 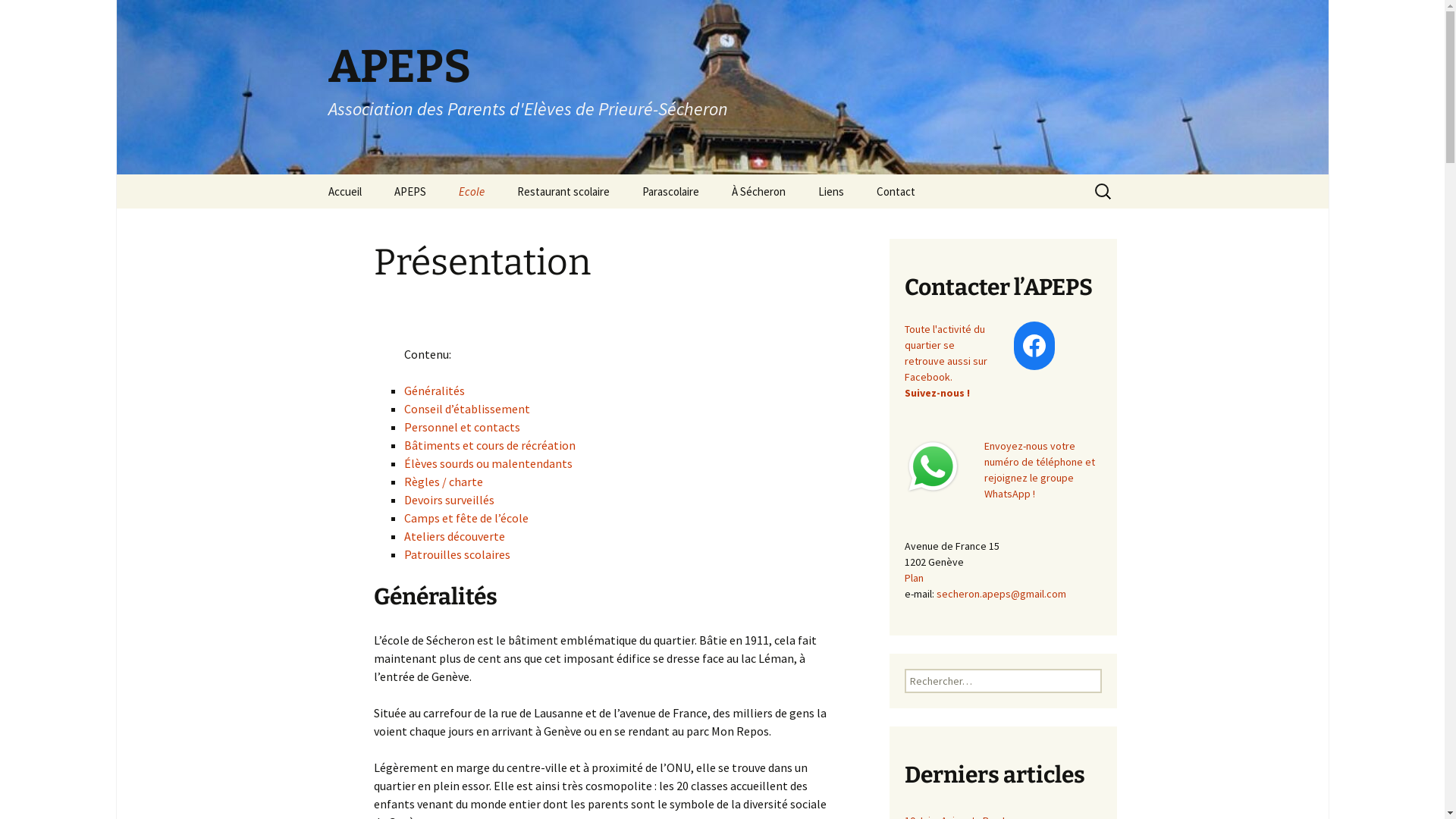 What do you see at coordinates (896, 190) in the screenshot?
I see `'Contact'` at bounding box center [896, 190].